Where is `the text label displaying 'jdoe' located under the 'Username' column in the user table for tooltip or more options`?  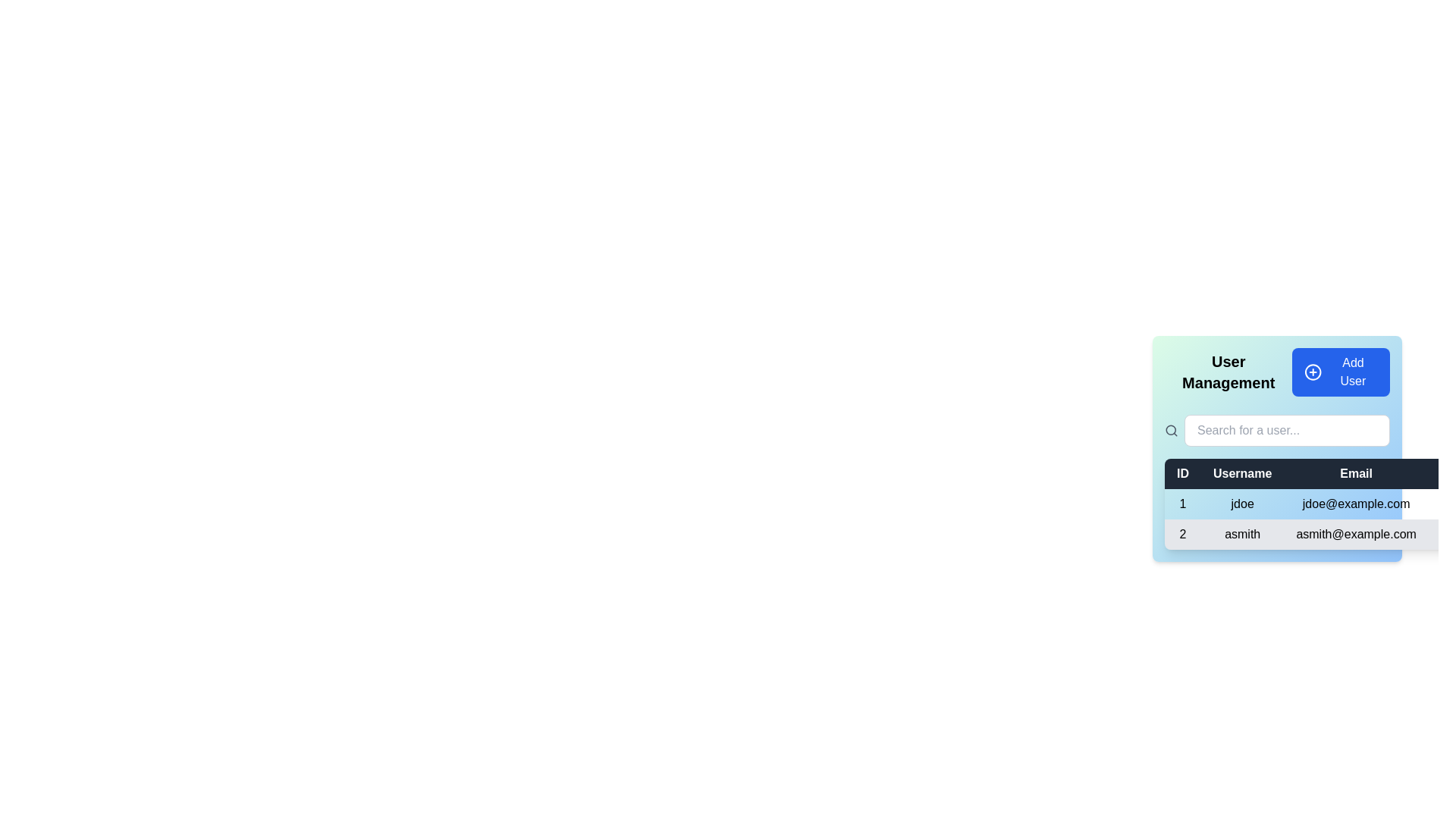
the text label displaying 'jdoe' located under the 'Username' column in the user table for tooltip or more options is located at coordinates (1242, 504).